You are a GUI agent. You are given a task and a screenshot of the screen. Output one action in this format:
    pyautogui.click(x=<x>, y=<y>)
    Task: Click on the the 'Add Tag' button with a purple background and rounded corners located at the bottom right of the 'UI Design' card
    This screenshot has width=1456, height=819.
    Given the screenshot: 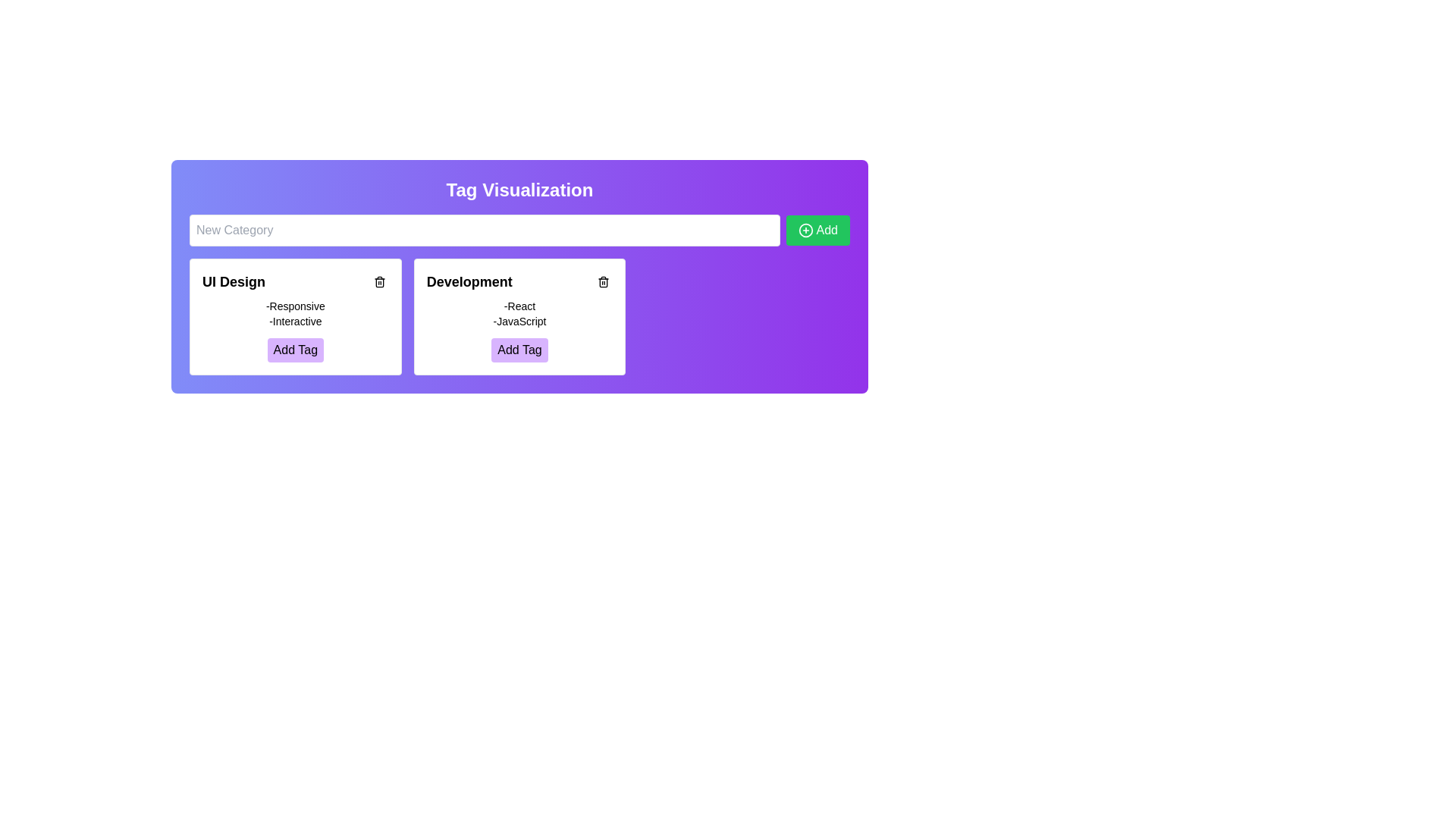 What is the action you would take?
    pyautogui.click(x=295, y=350)
    